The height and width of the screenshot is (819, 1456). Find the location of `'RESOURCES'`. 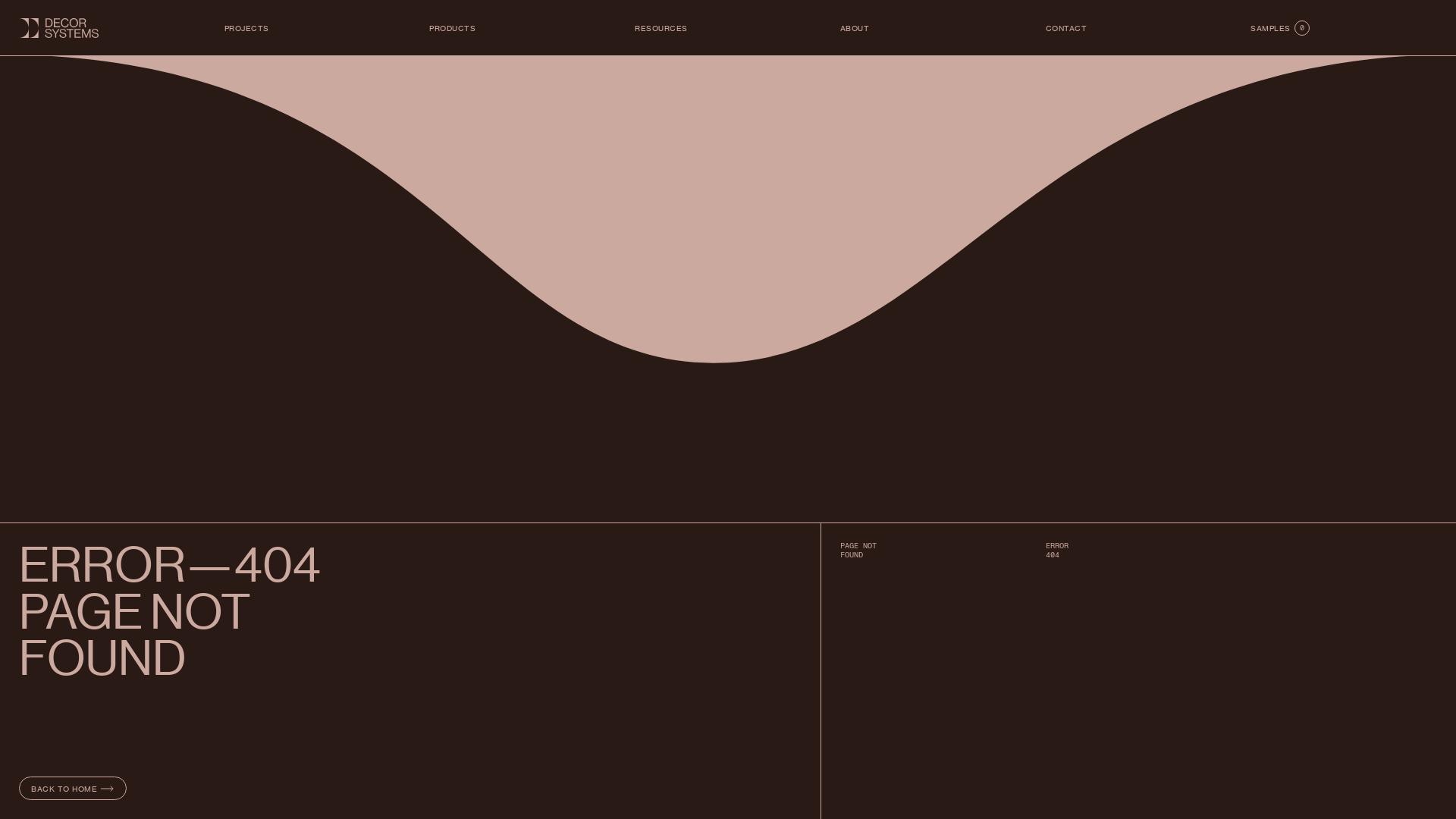

'RESOURCES' is located at coordinates (634, 28).